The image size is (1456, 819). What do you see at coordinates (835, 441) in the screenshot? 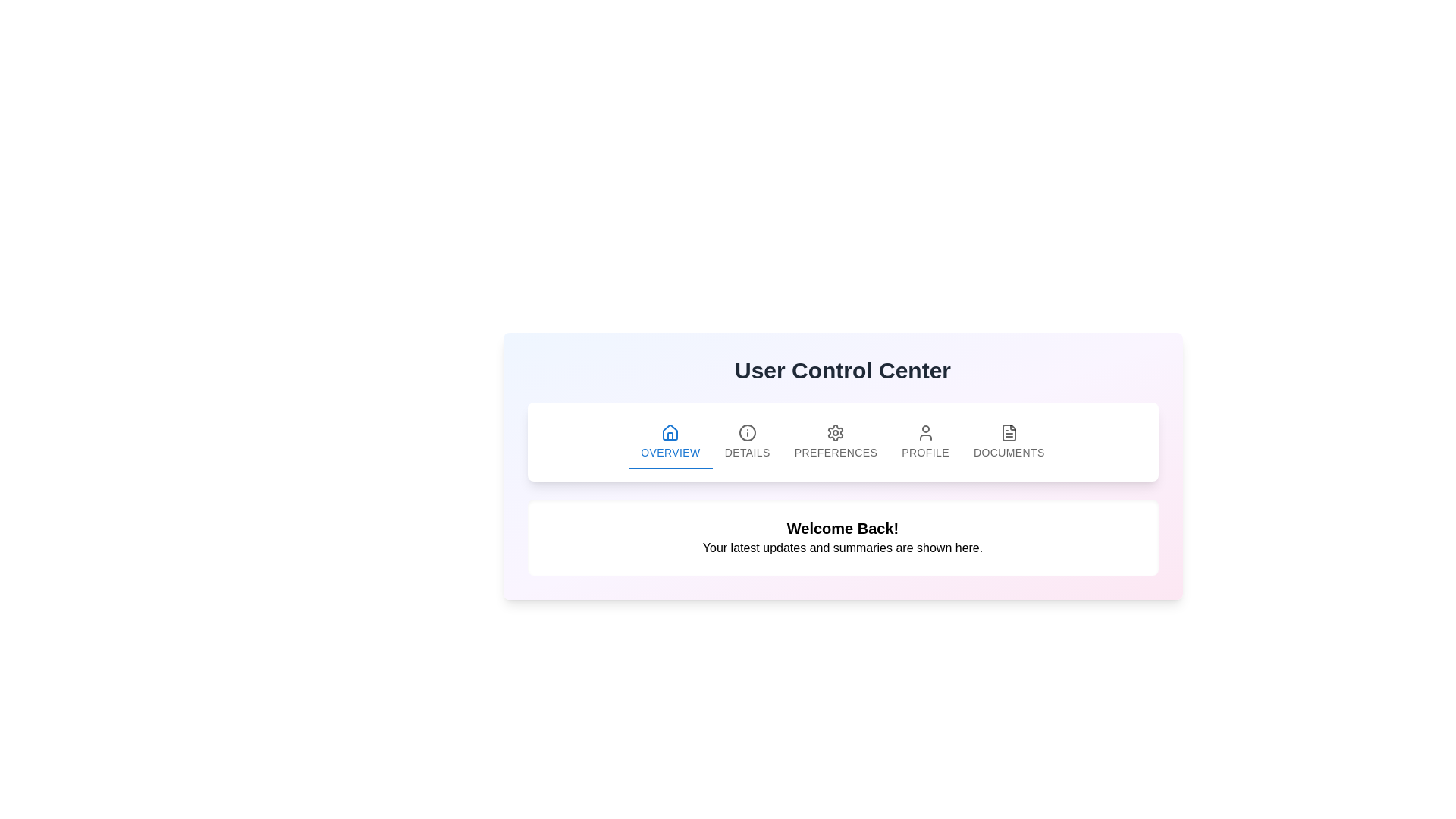
I see `the third tab button in the navigation bar labeled 'Preferences'` at bounding box center [835, 441].